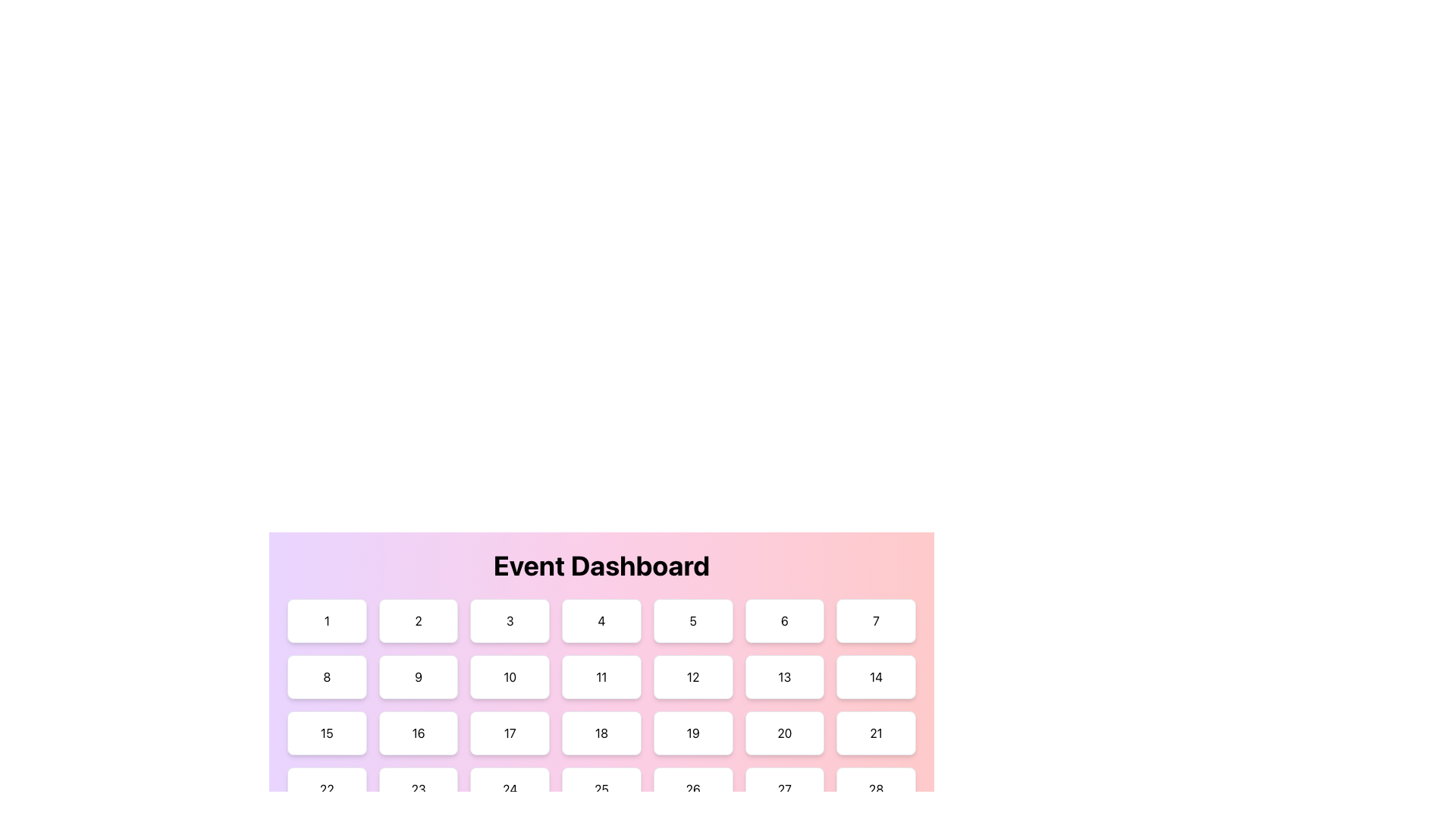 The height and width of the screenshot is (819, 1456). Describe the element at coordinates (783, 733) in the screenshot. I see `the white rectangular button with rounded corners displaying the number '20'` at that location.